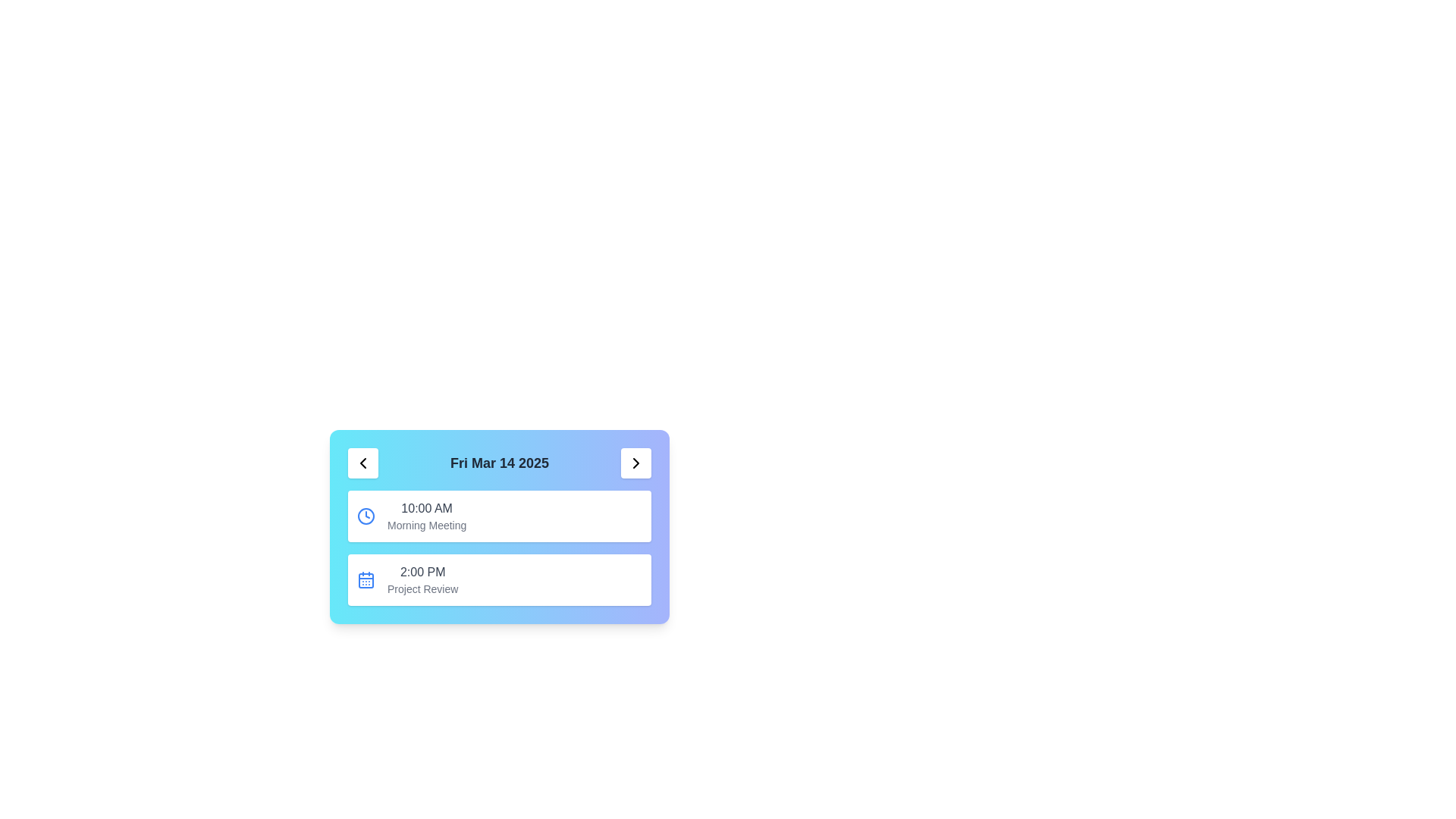 This screenshot has height=819, width=1456. I want to click on the leftmost icon in the date and title area, which is situated on a gradient-blue background, so click(362, 462).